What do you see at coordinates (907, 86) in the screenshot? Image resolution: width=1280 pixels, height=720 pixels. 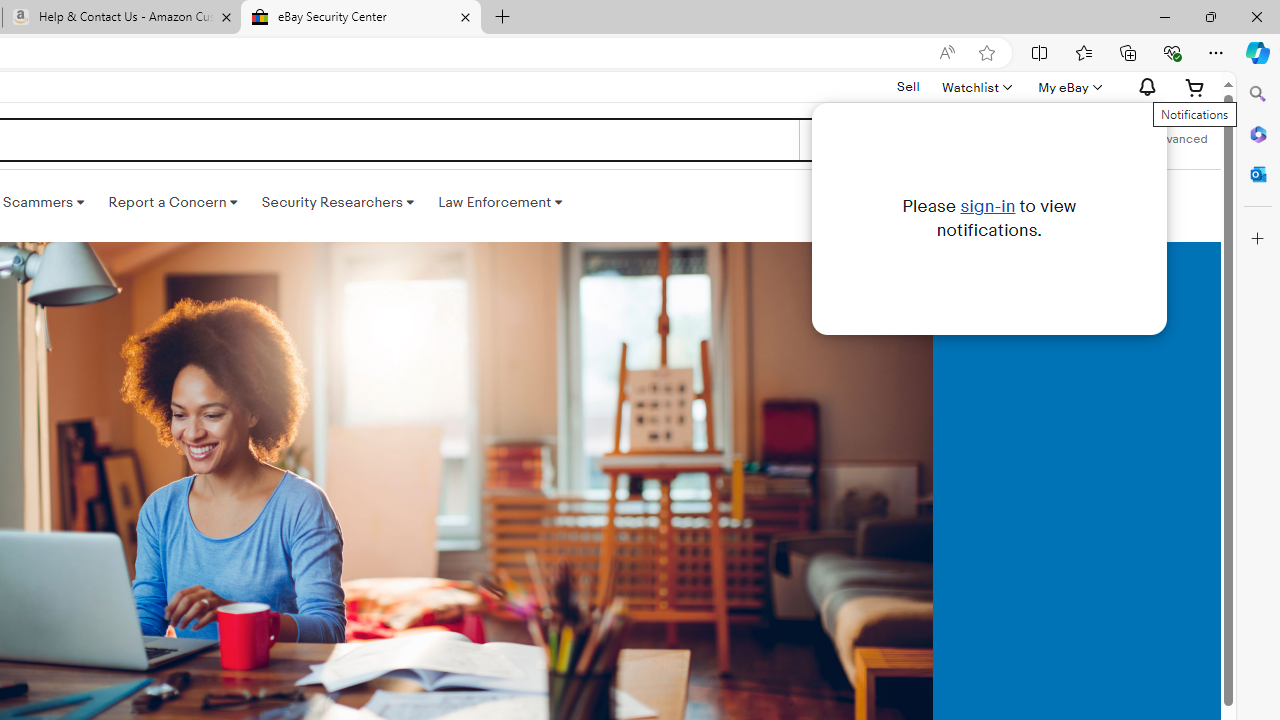 I see `'Sell'` at bounding box center [907, 86].